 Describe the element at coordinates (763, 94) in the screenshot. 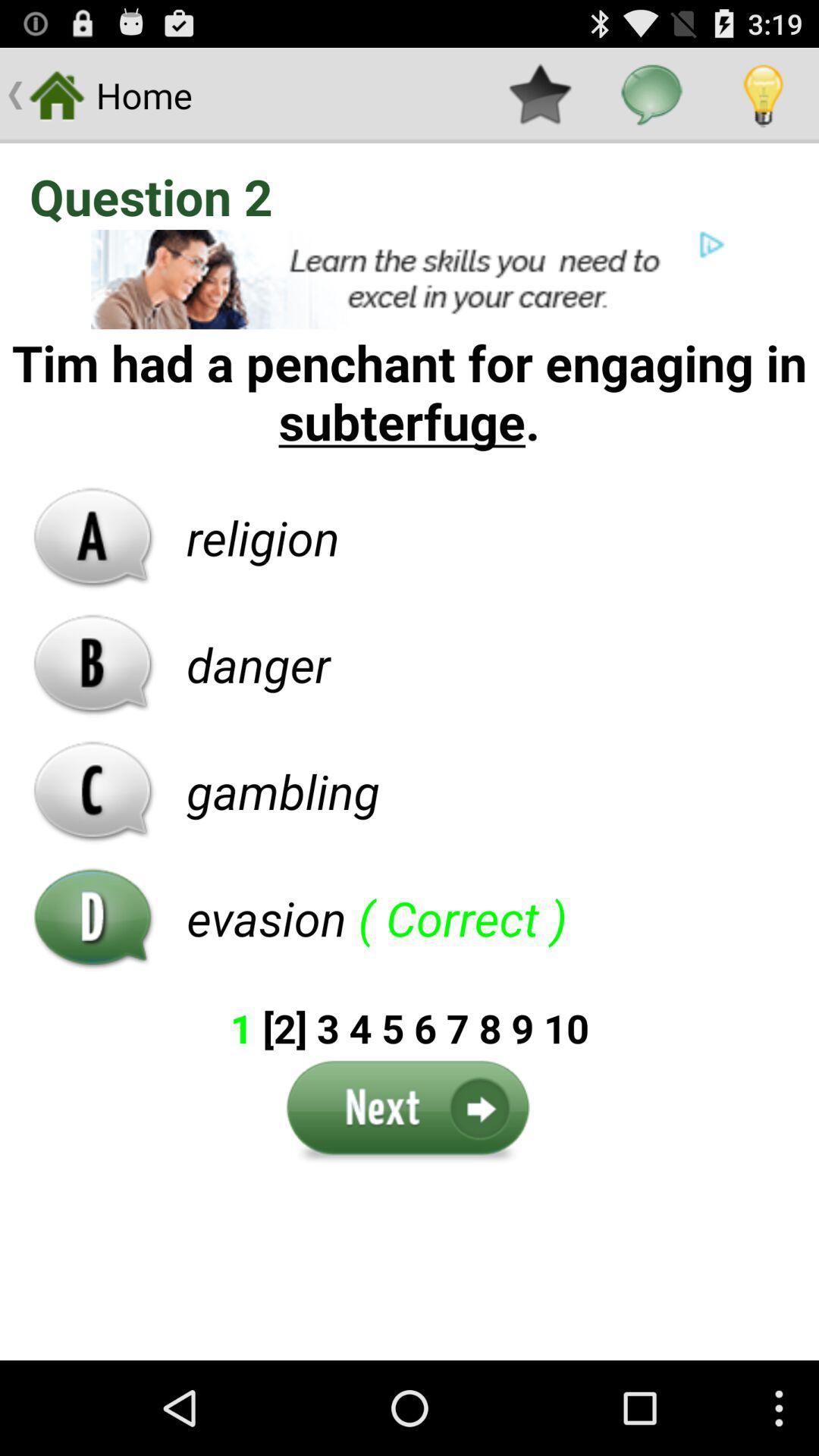

I see `item above the question 2` at that location.